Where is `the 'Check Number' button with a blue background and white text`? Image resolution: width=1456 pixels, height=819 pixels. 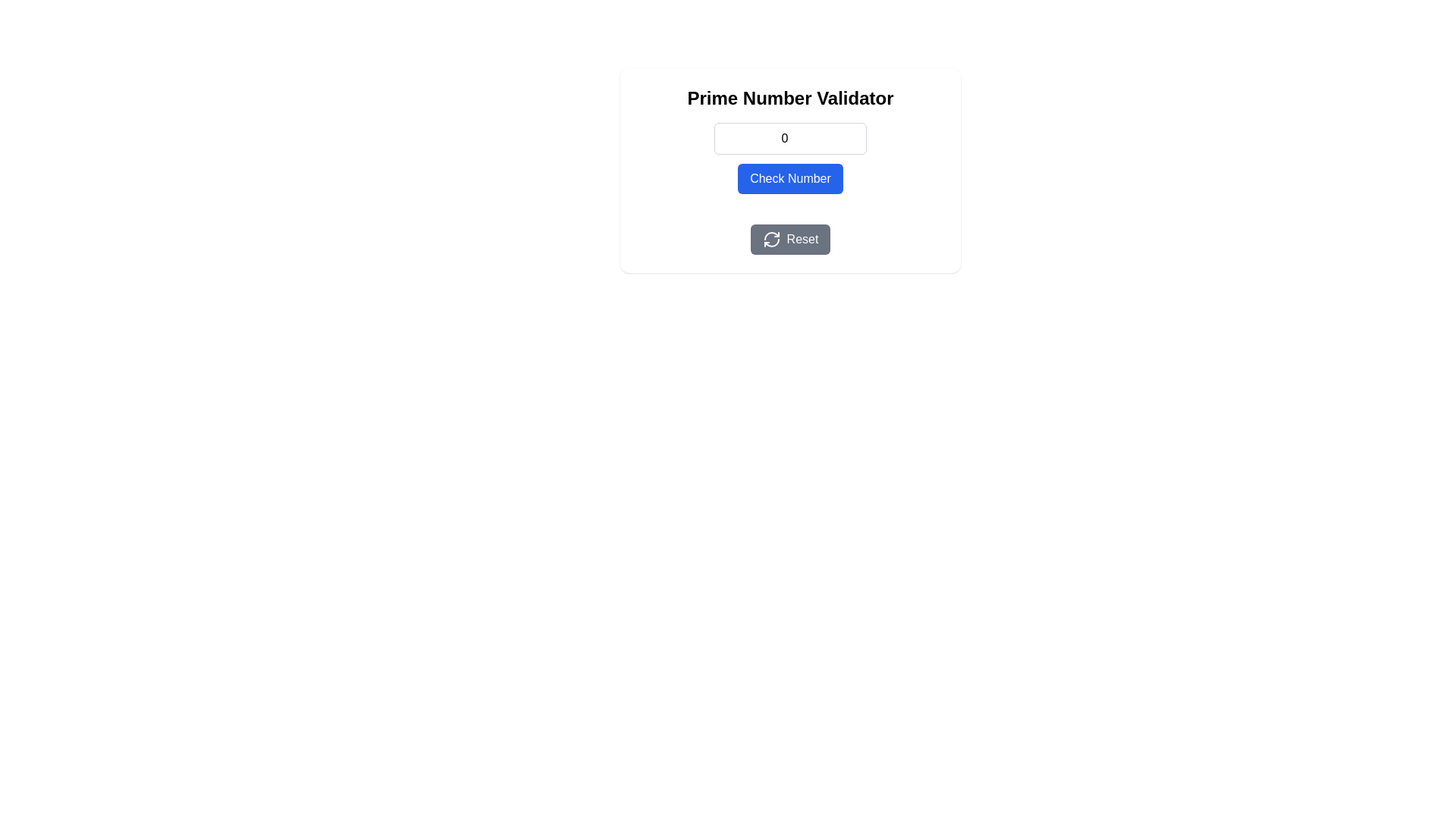 the 'Check Number' button with a blue background and white text is located at coordinates (789, 177).